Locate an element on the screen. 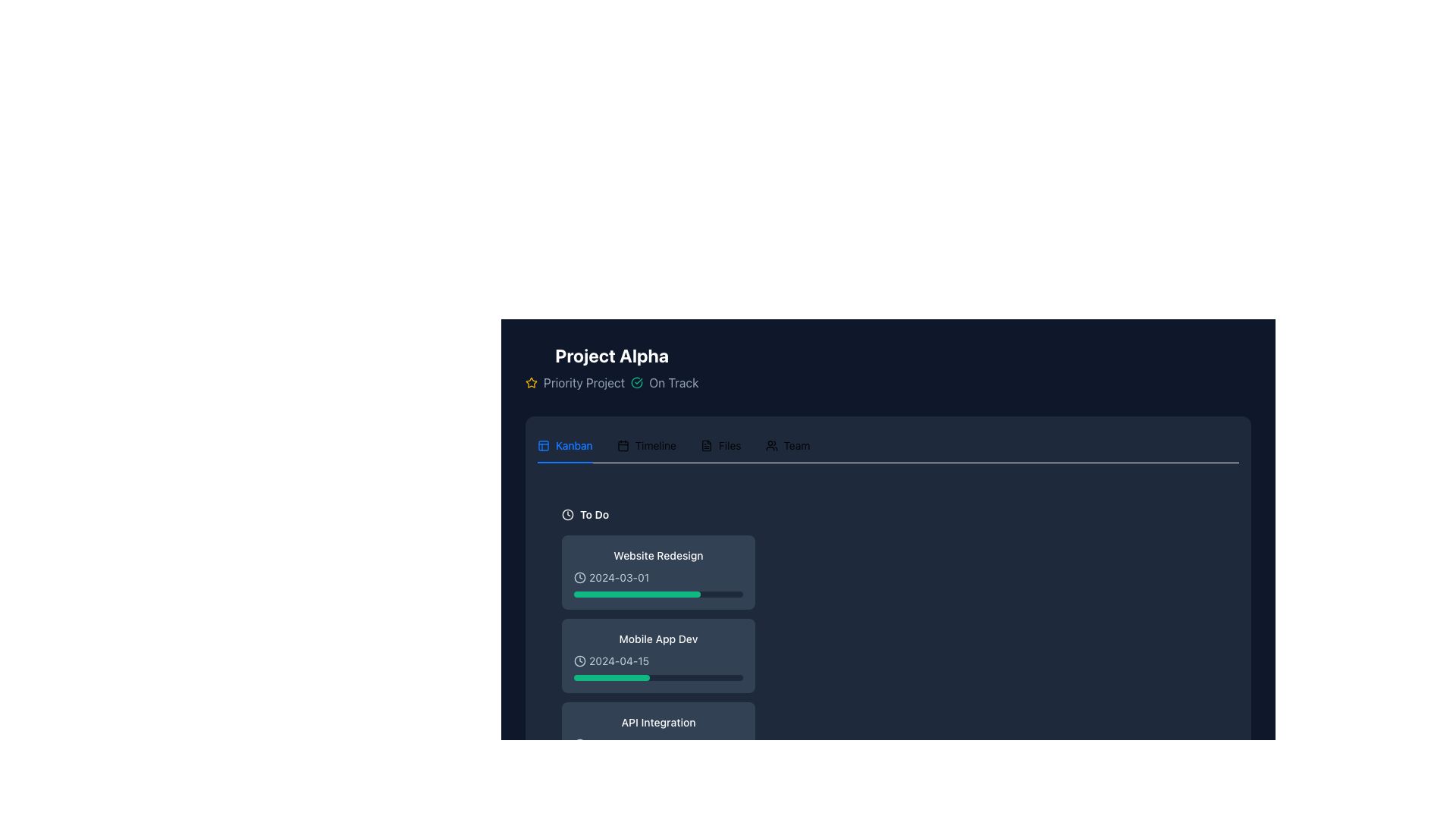 Image resolution: width=1456 pixels, height=819 pixels. the decorative circle element of the clock icon located in the 'To Do' section, which visually represents time-related data near the date '2024-03-01' is located at coordinates (579, 578).